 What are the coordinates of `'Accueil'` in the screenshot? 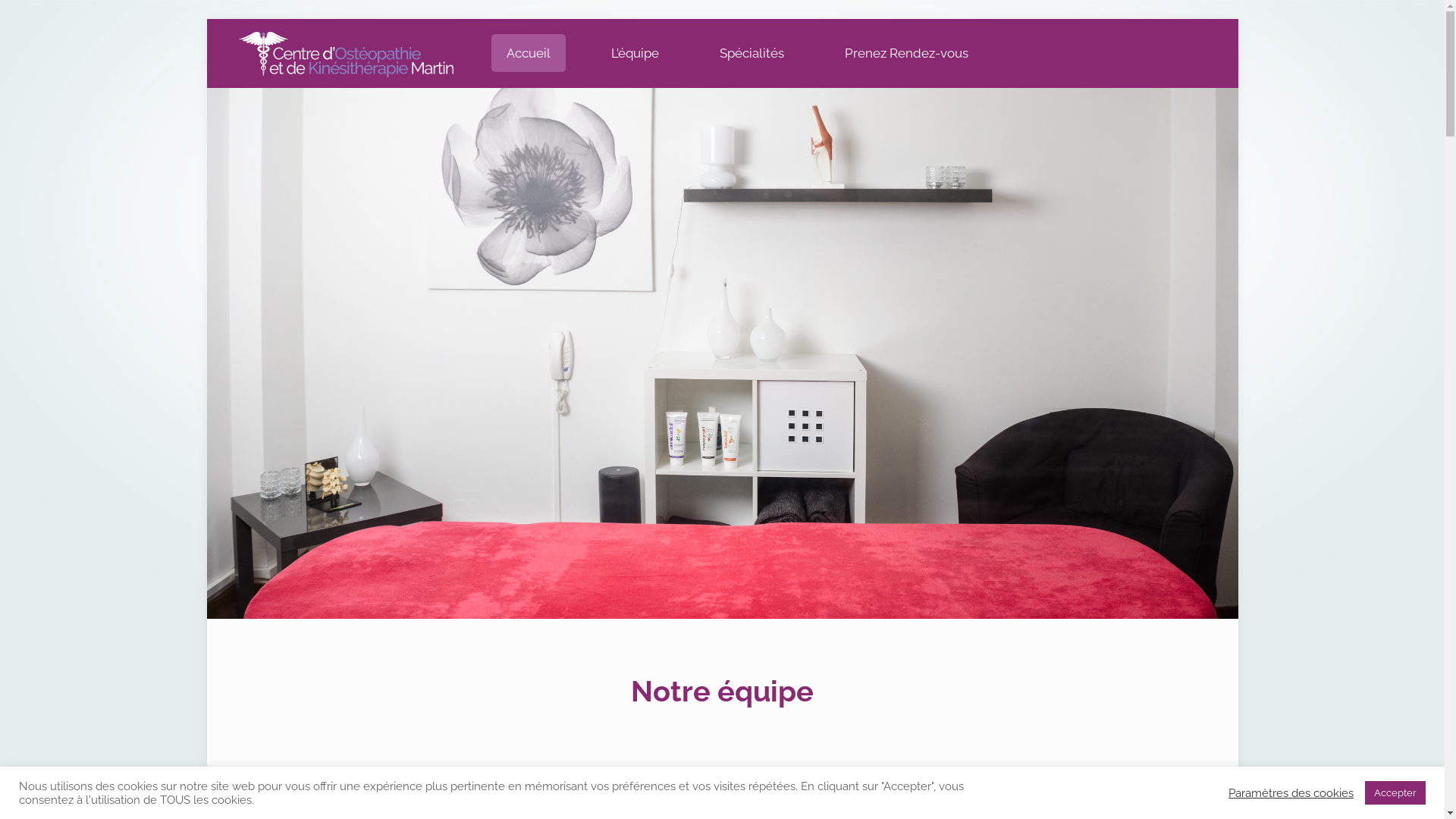 It's located at (528, 52).